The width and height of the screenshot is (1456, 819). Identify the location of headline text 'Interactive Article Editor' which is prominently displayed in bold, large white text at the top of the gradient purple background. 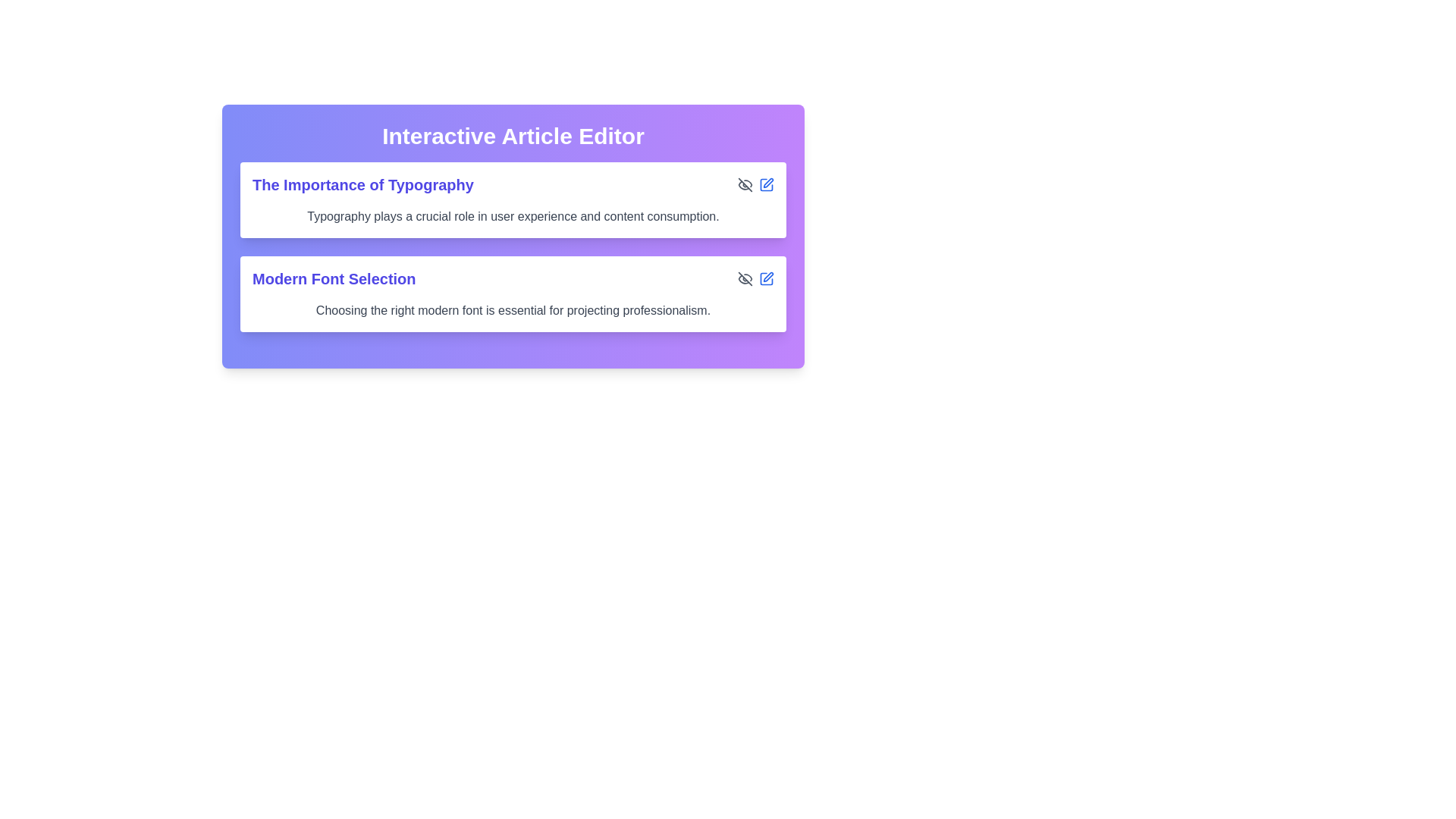
(513, 136).